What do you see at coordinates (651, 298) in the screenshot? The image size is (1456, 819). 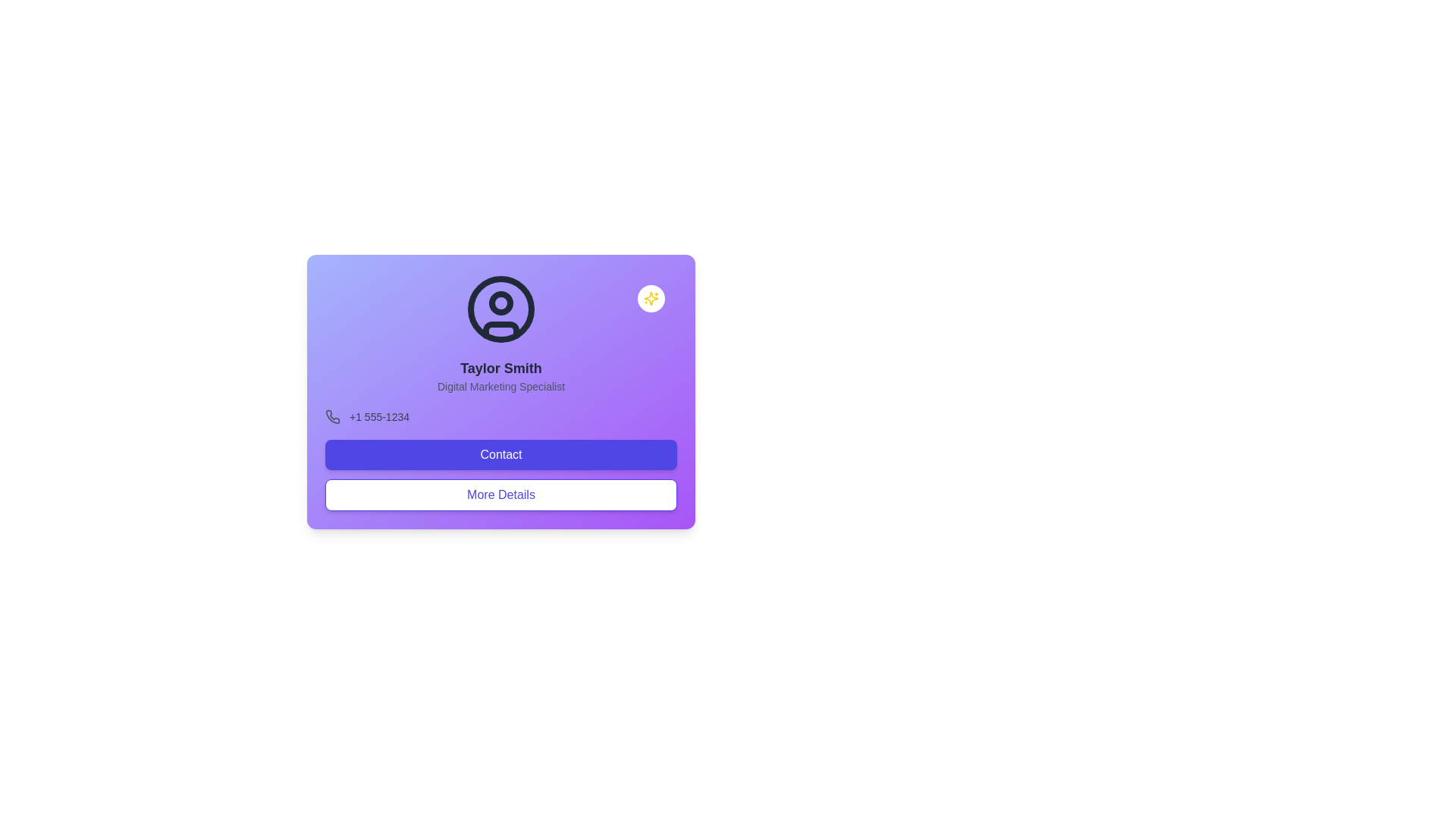 I see `the icon located in the top-right corner of the 'Taylor Smith' profile card for interaction` at bounding box center [651, 298].